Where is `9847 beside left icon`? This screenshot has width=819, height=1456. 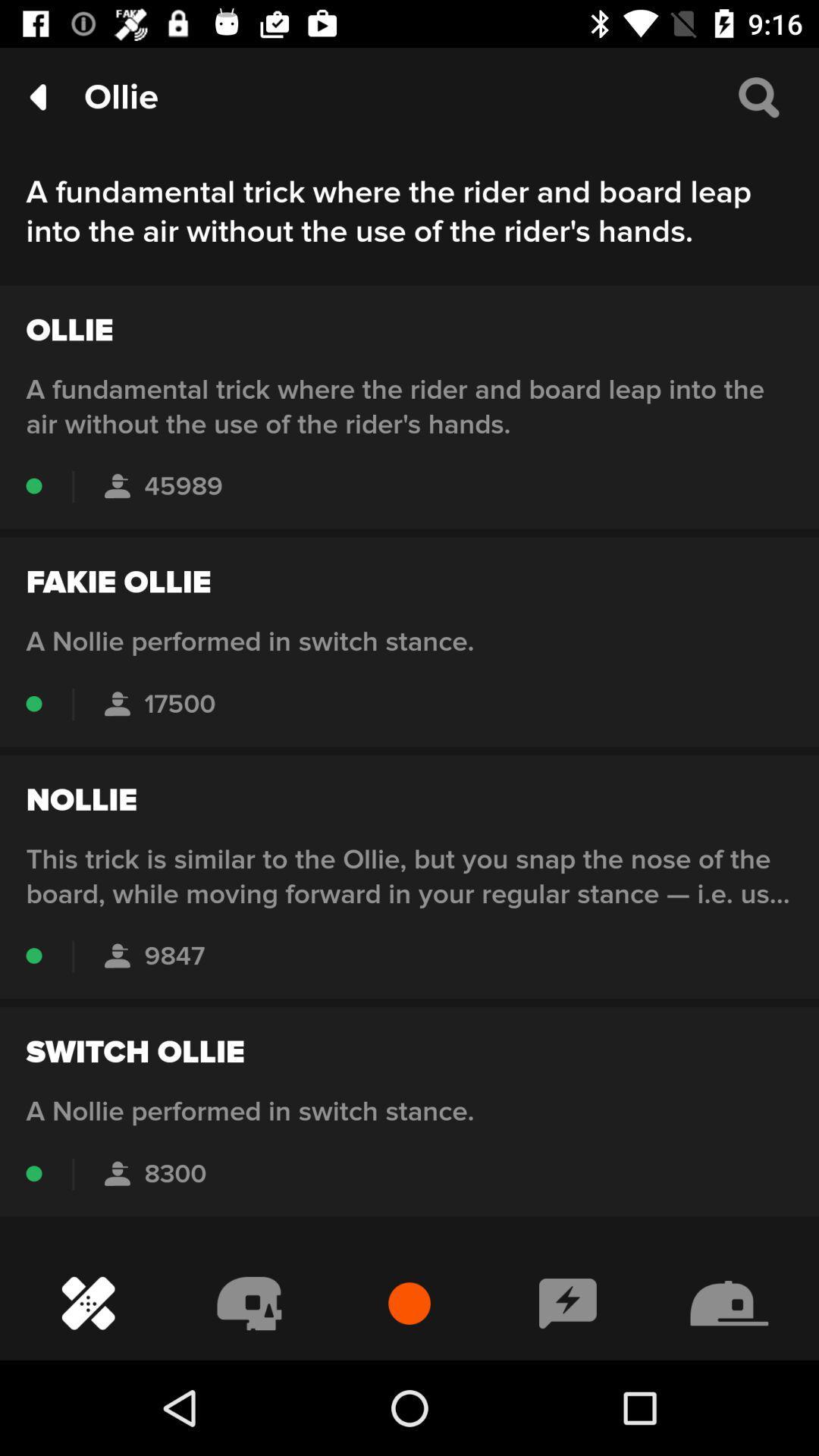 9847 beside left icon is located at coordinates (116, 955).